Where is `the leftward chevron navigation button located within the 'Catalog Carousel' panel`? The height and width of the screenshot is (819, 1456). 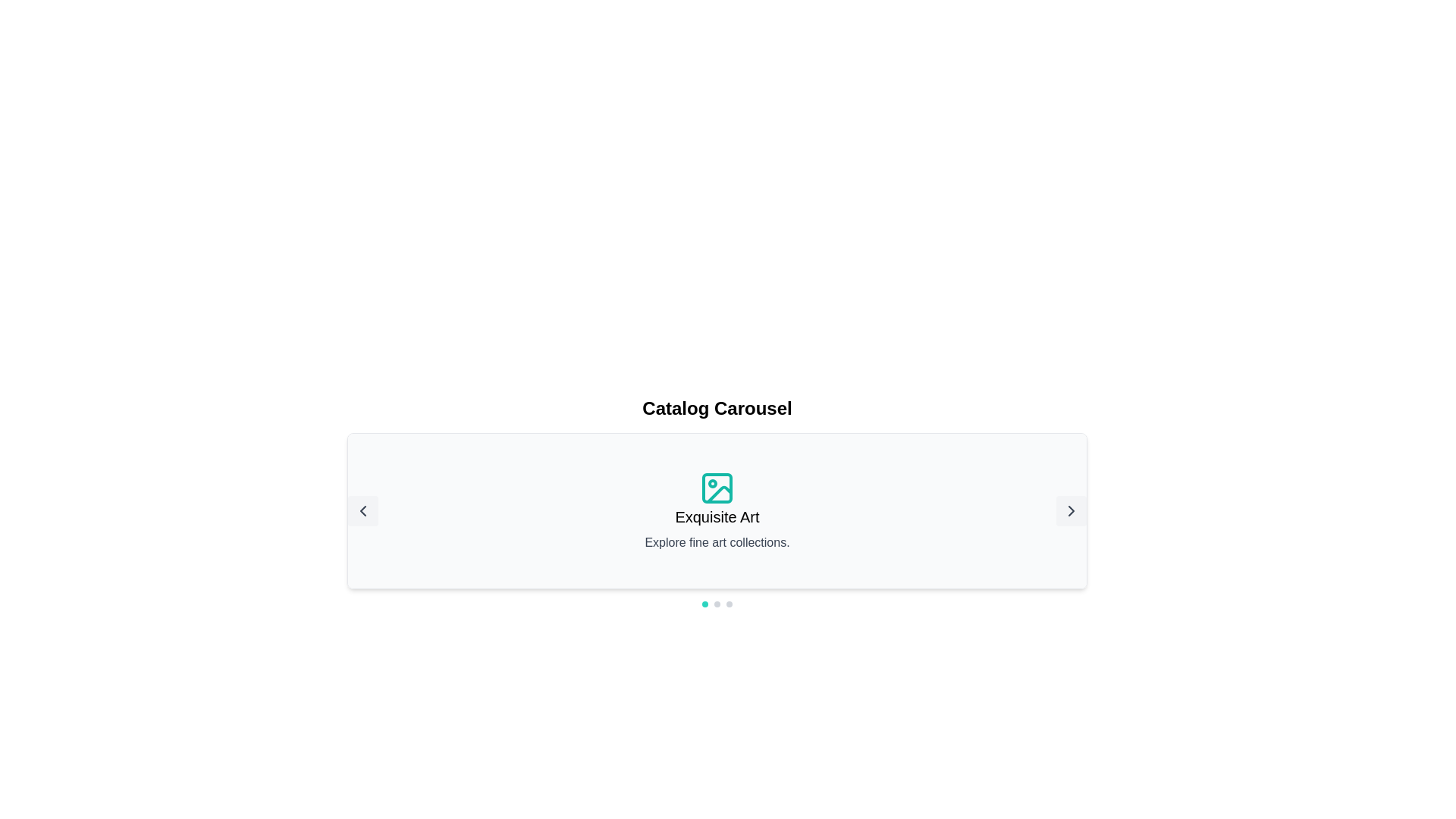 the leftward chevron navigation button located within the 'Catalog Carousel' panel is located at coordinates (362, 511).